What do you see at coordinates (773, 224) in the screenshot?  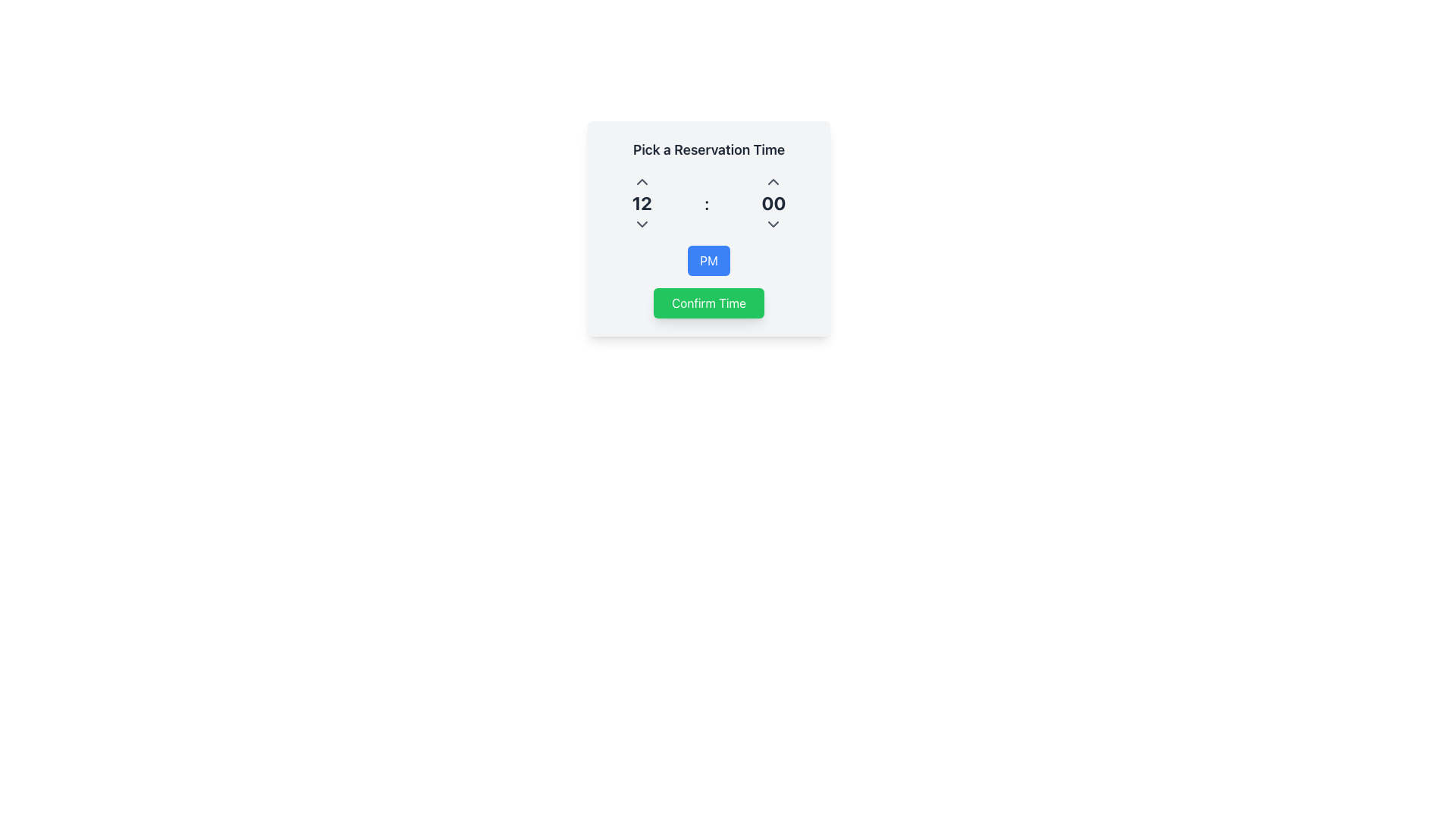 I see `the dropdown toggle button for selecting minutes in the reservation time picker, located below the '00' numeric display` at bounding box center [773, 224].